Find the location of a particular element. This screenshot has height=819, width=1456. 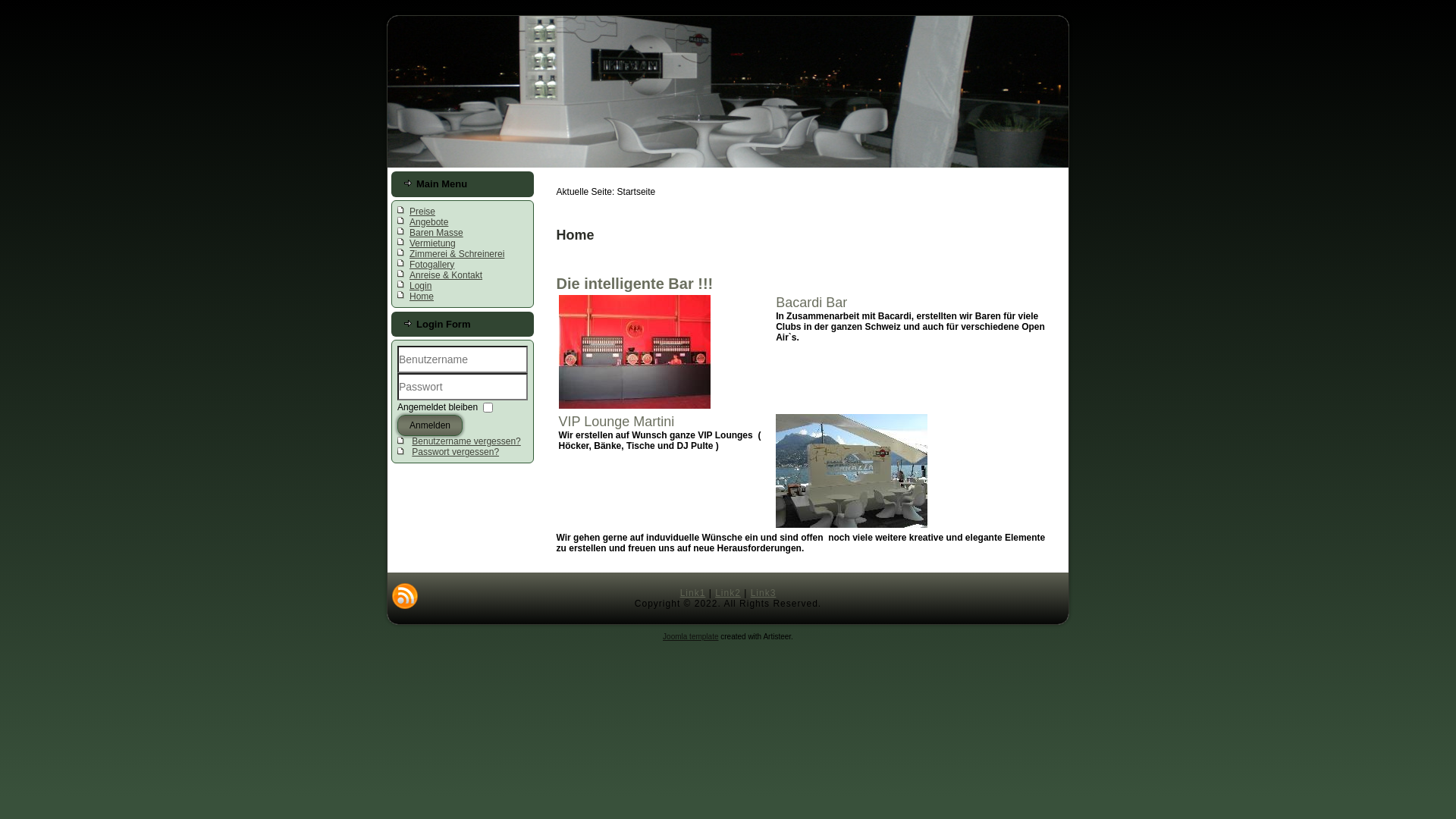

'Link2' is located at coordinates (728, 592).